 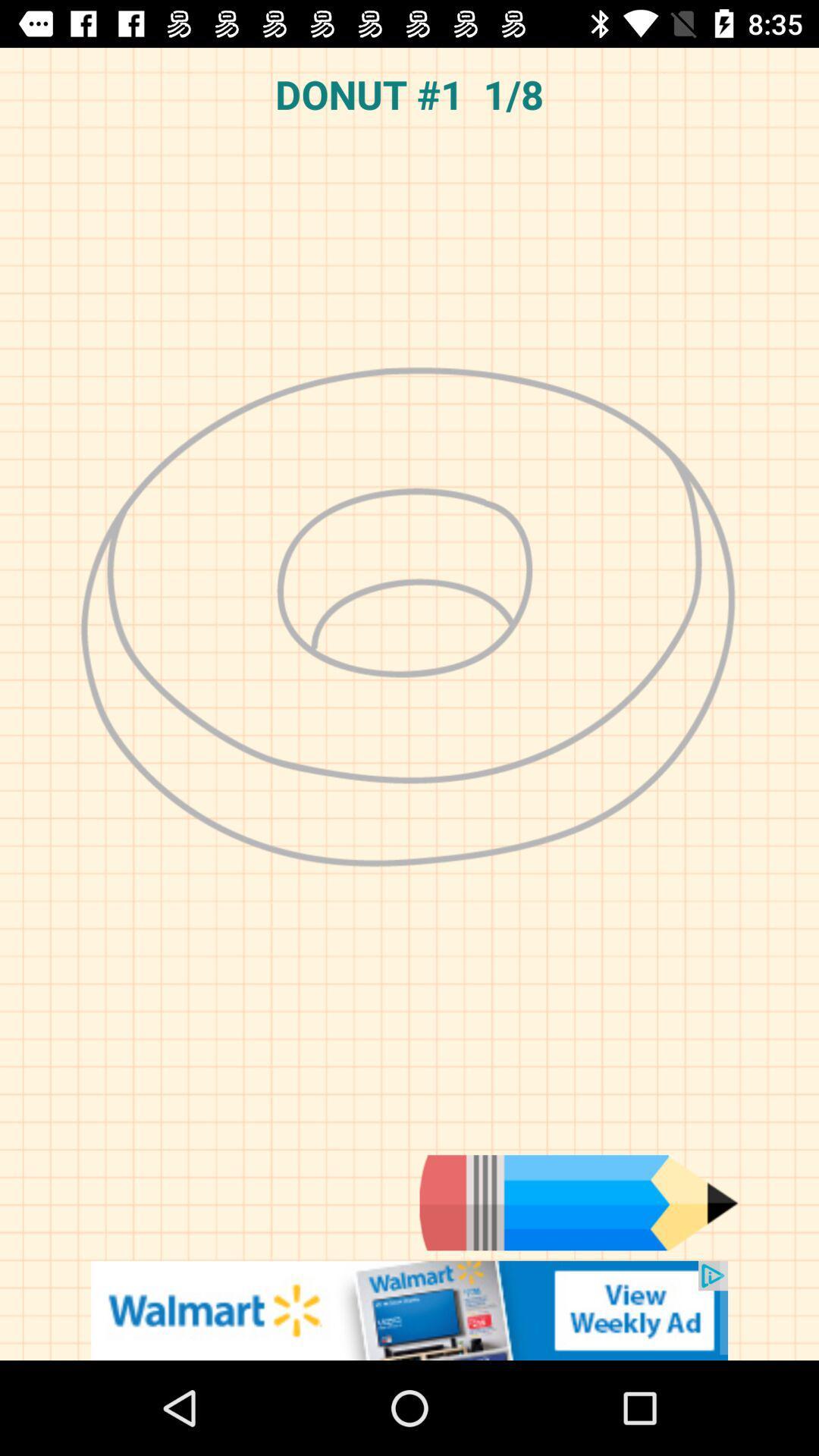 What do you see at coordinates (409, 1310) in the screenshot?
I see `open advertisement` at bounding box center [409, 1310].